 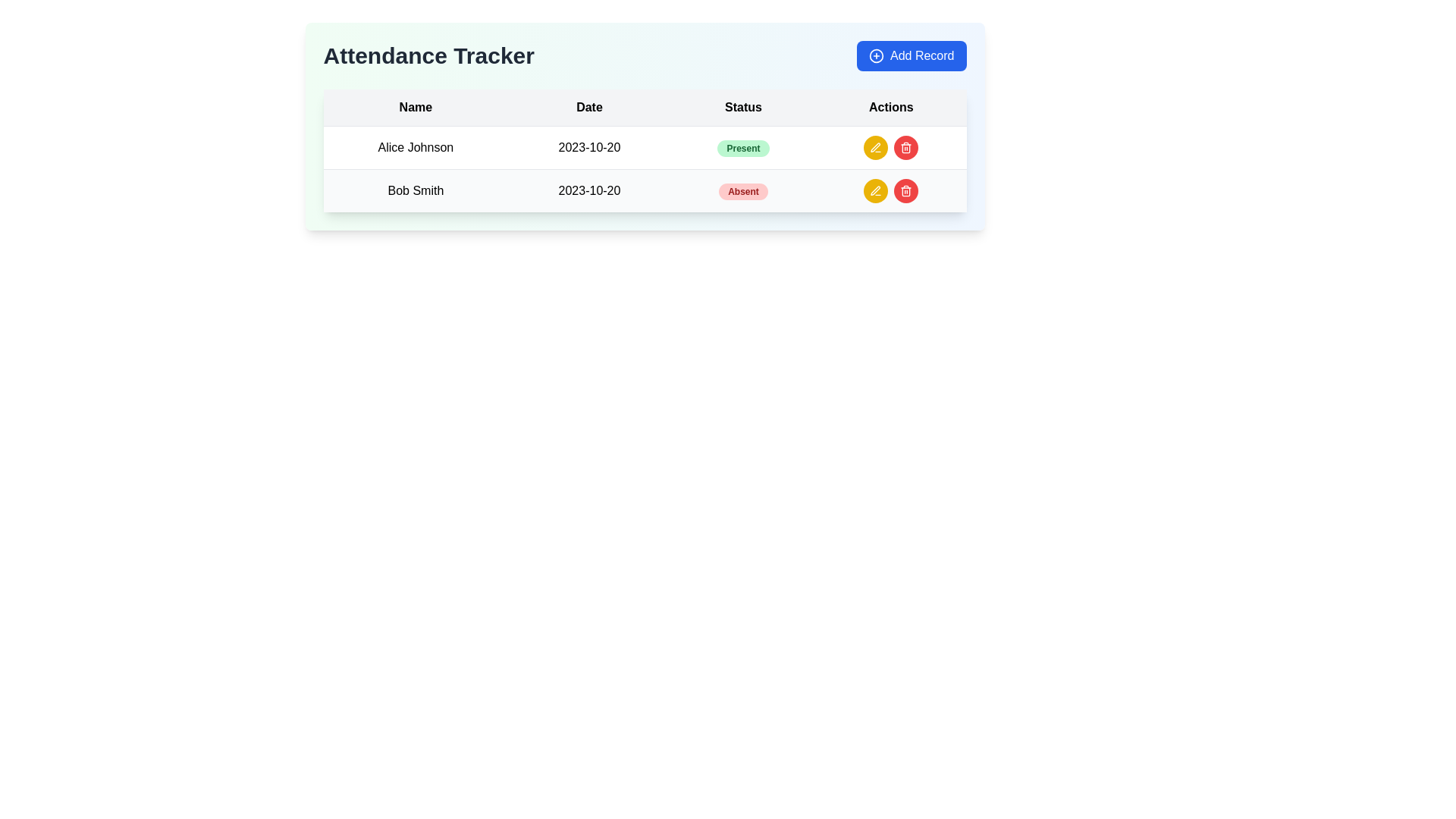 What do you see at coordinates (588, 107) in the screenshot?
I see `the 'Date' table header, which is the second column header in a four-column table, displaying the text in black on a light gray background` at bounding box center [588, 107].